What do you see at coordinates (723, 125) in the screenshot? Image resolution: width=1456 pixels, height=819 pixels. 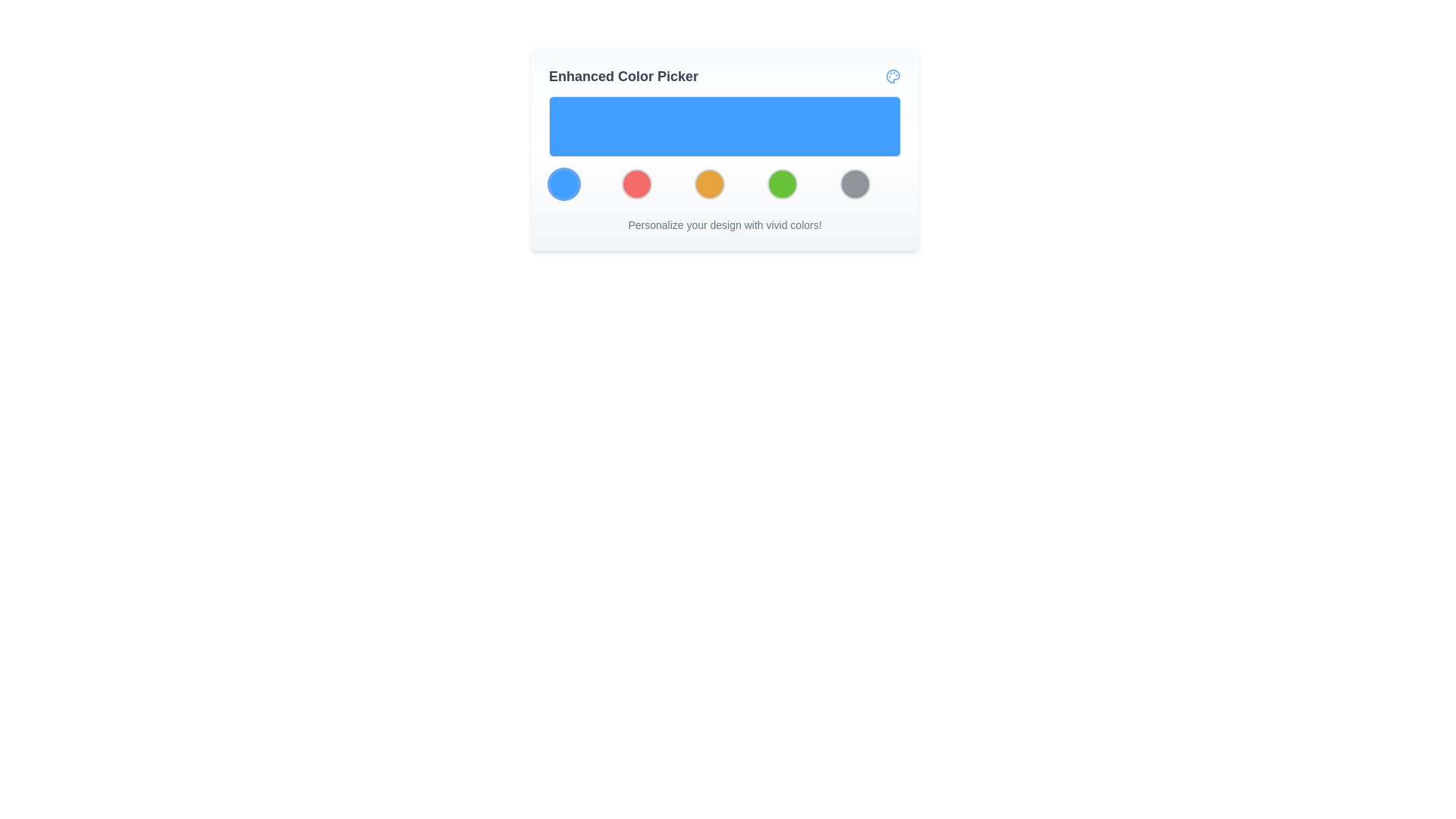 I see `the display box that indicates the currently active color, positioned centrally above the grid of color swatches` at bounding box center [723, 125].